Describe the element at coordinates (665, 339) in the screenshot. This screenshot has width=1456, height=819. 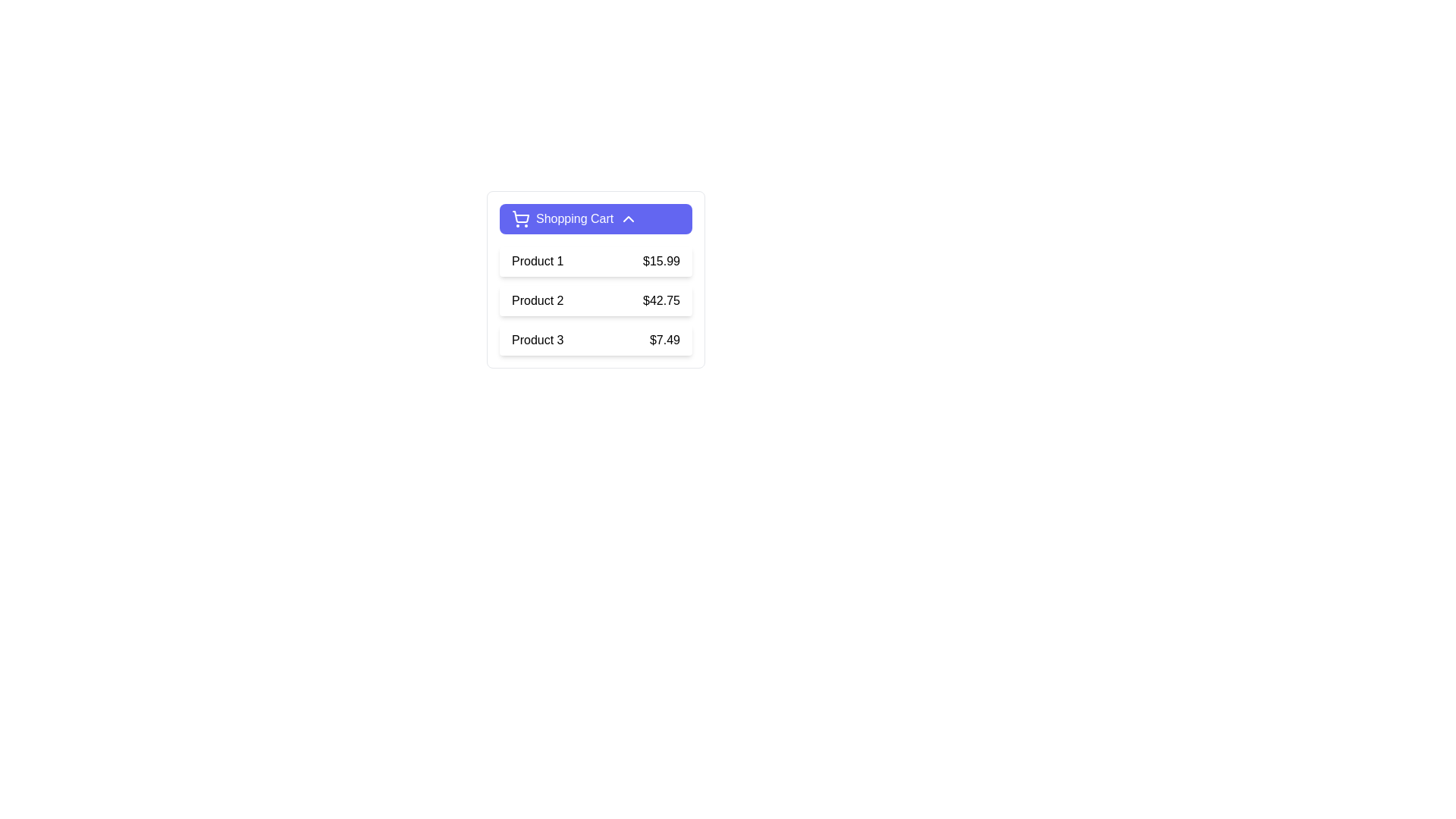
I see `price displayed in the static text element located to the right of 'Product 3' in the shopping cart` at that location.